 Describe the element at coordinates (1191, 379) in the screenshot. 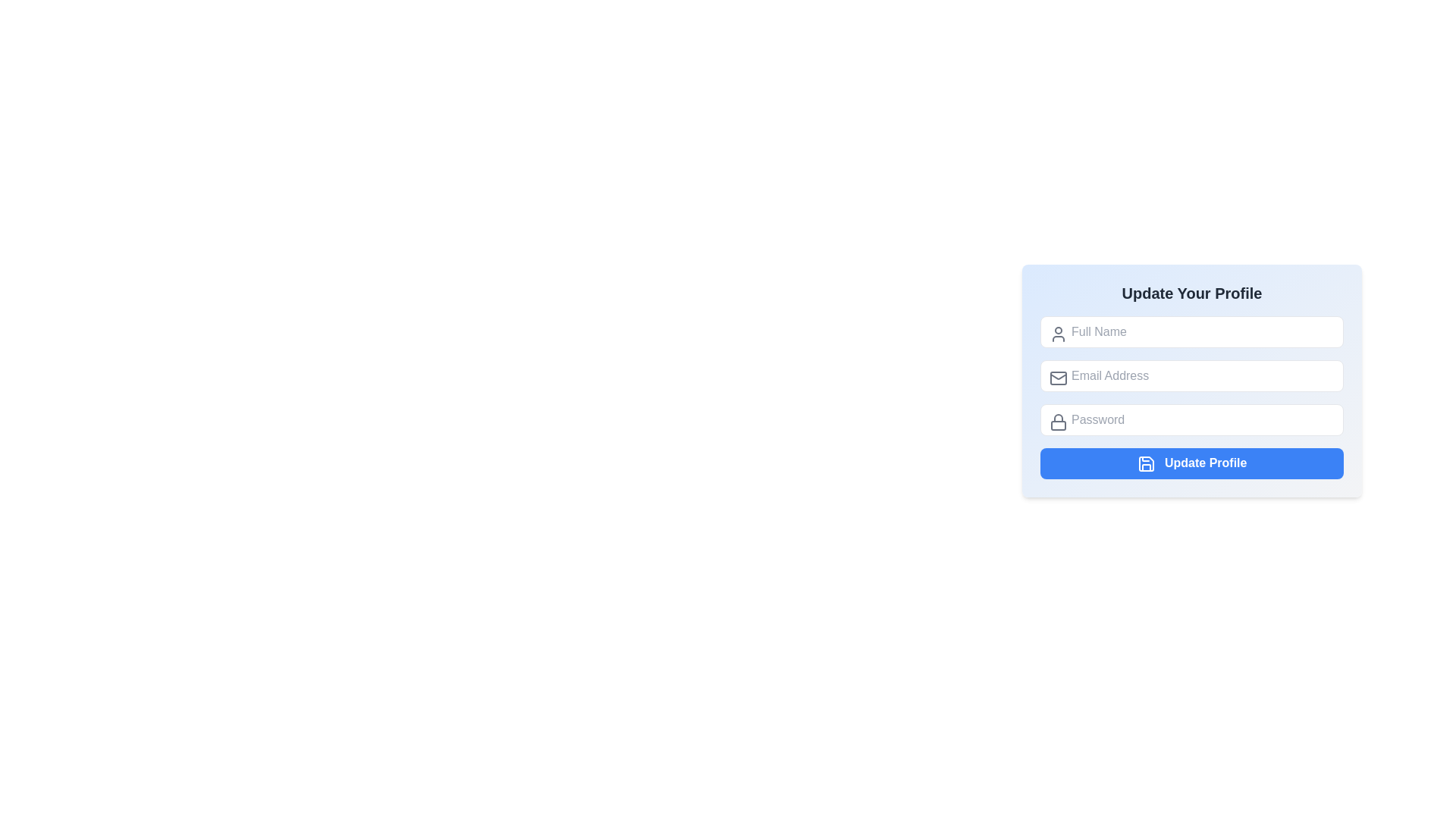

I see `the email input field, which is the second input field in the 'Update Your Profile' form, to focus on it` at that location.